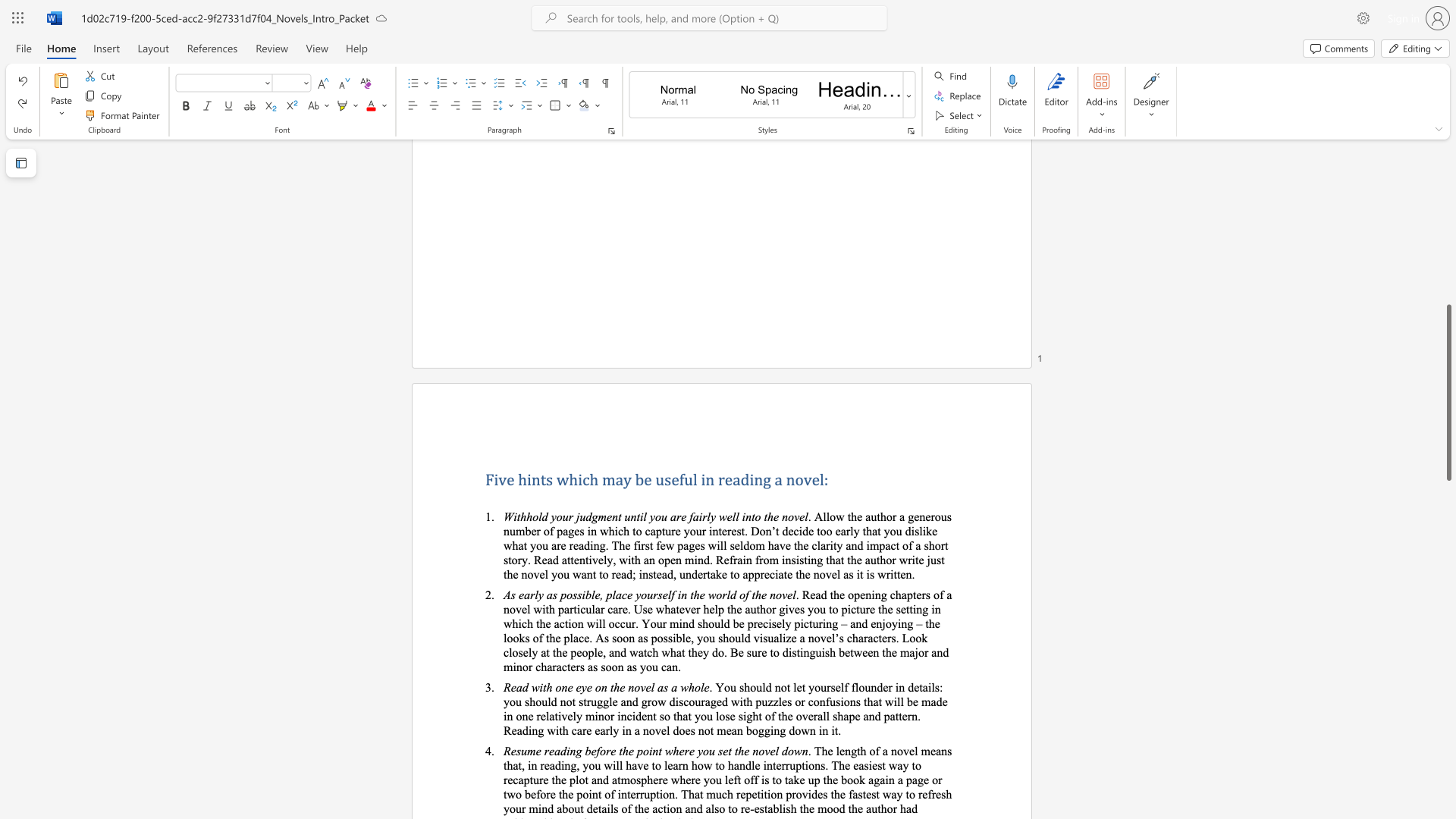 This screenshot has height=819, width=1456. Describe the element at coordinates (554, 638) in the screenshot. I see `the subset text "e place. As soon as possible, you should visualize a novel’s characters. Look closely at the people, and watch what they do. Be sure to distinguish between the major and minor characters as soon as yo" within the text ". Read the opening chapters of a novel with particular care. Use whatever help the author gives you to picture the setting in which the action will occur. Your mind should be precisely picturing – and enjoying – the looks of the place. As soon as possible, you should visualize a novel’s characters. Look closely at the people, and watch what they do. Be sure to distinguish between the major and minor characters as soon as you can."` at that location.